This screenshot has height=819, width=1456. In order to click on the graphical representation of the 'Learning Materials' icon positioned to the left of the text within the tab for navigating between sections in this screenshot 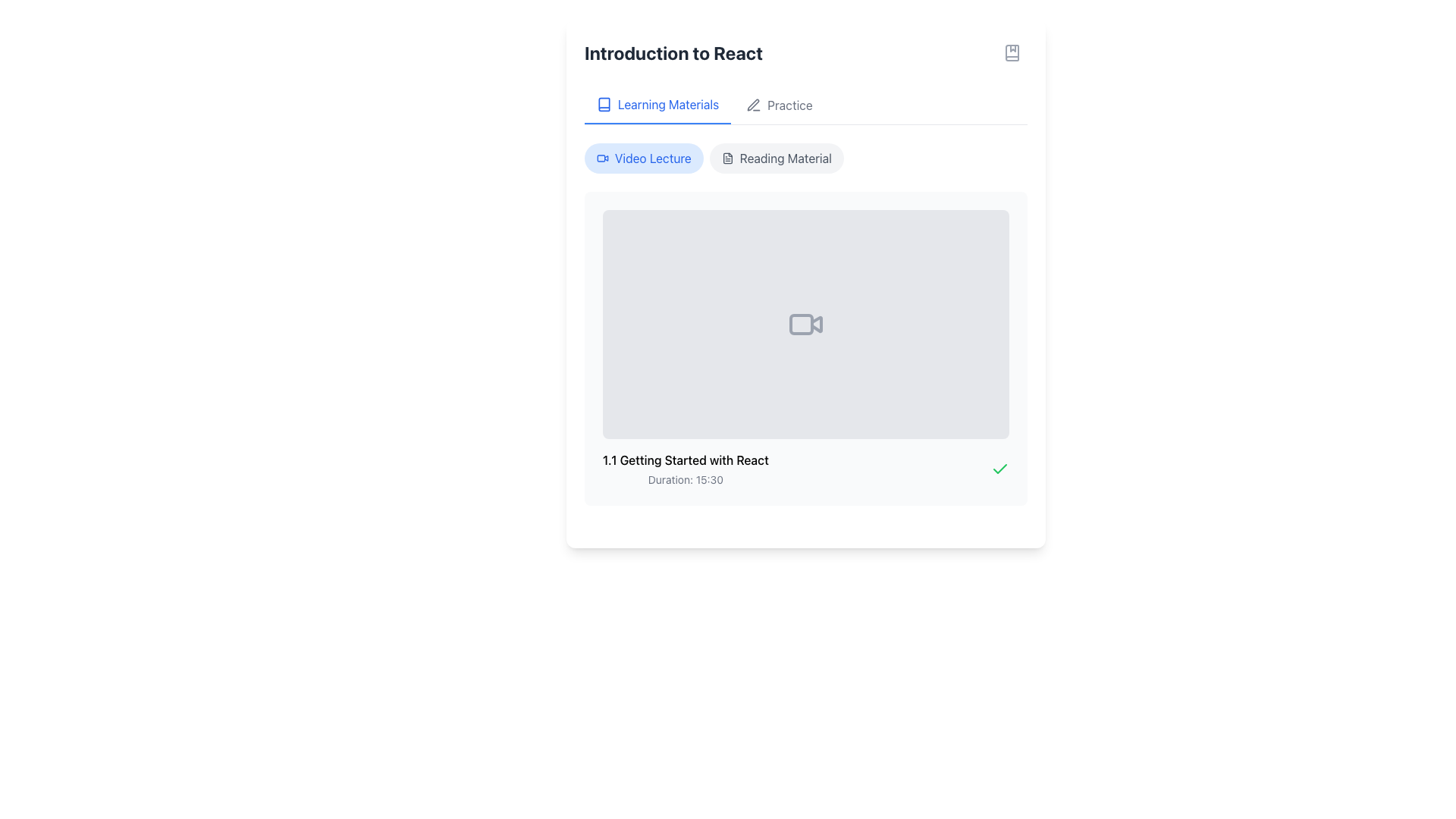, I will do `click(603, 104)`.